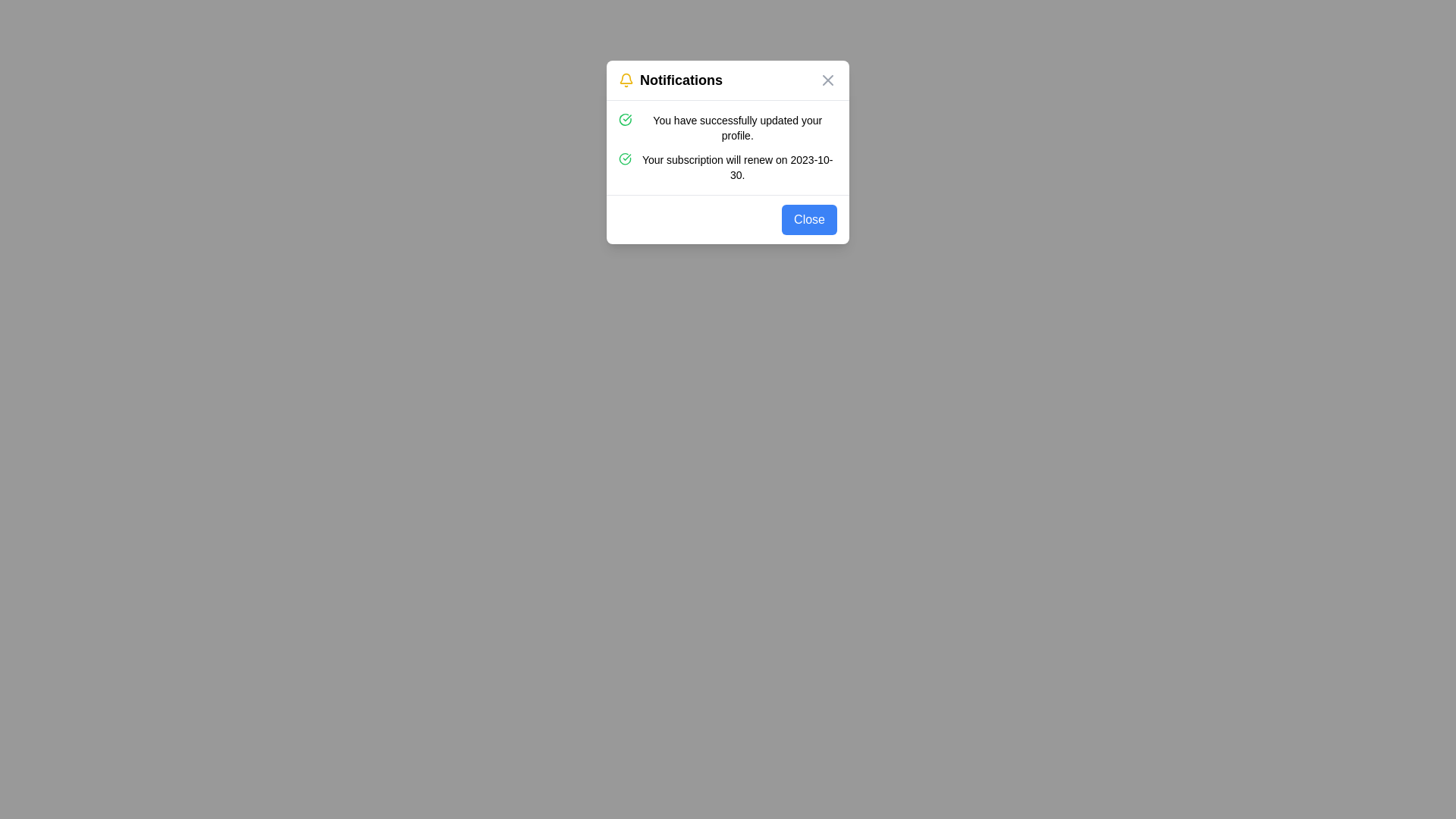 The width and height of the screenshot is (1456, 819). Describe the element at coordinates (625, 158) in the screenshot. I see `the decorative checkmark icon within the SVG in the notification card that signifies confirmation for the profile update` at that location.